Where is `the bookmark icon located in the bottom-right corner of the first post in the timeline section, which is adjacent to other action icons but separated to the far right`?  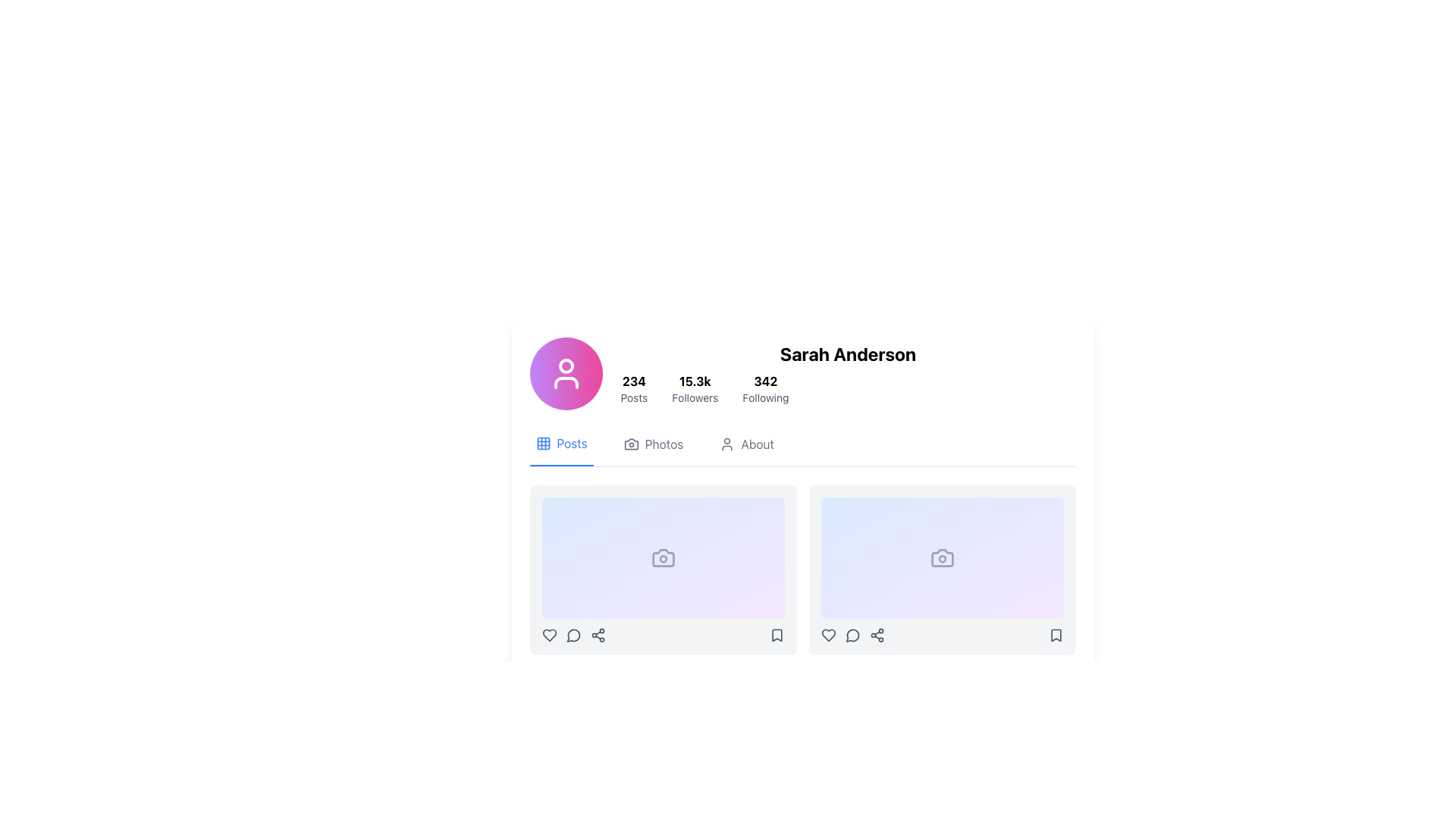
the bookmark icon located in the bottom-right corner of the first post in the timeline section, which is adjacent to other action icons but separated to the far right is located at coordinates (777, 635).